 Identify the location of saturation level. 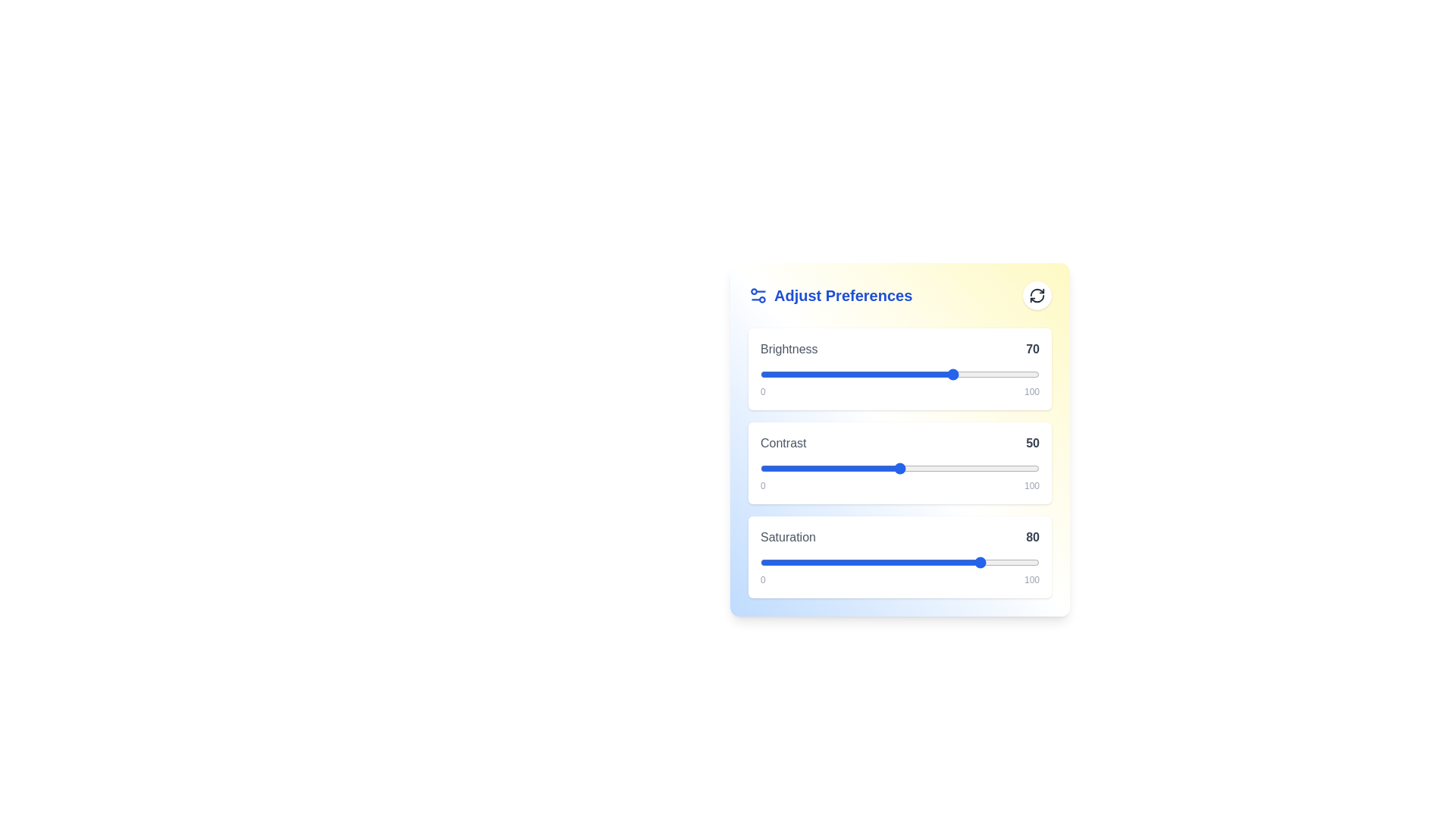
(812, 562).